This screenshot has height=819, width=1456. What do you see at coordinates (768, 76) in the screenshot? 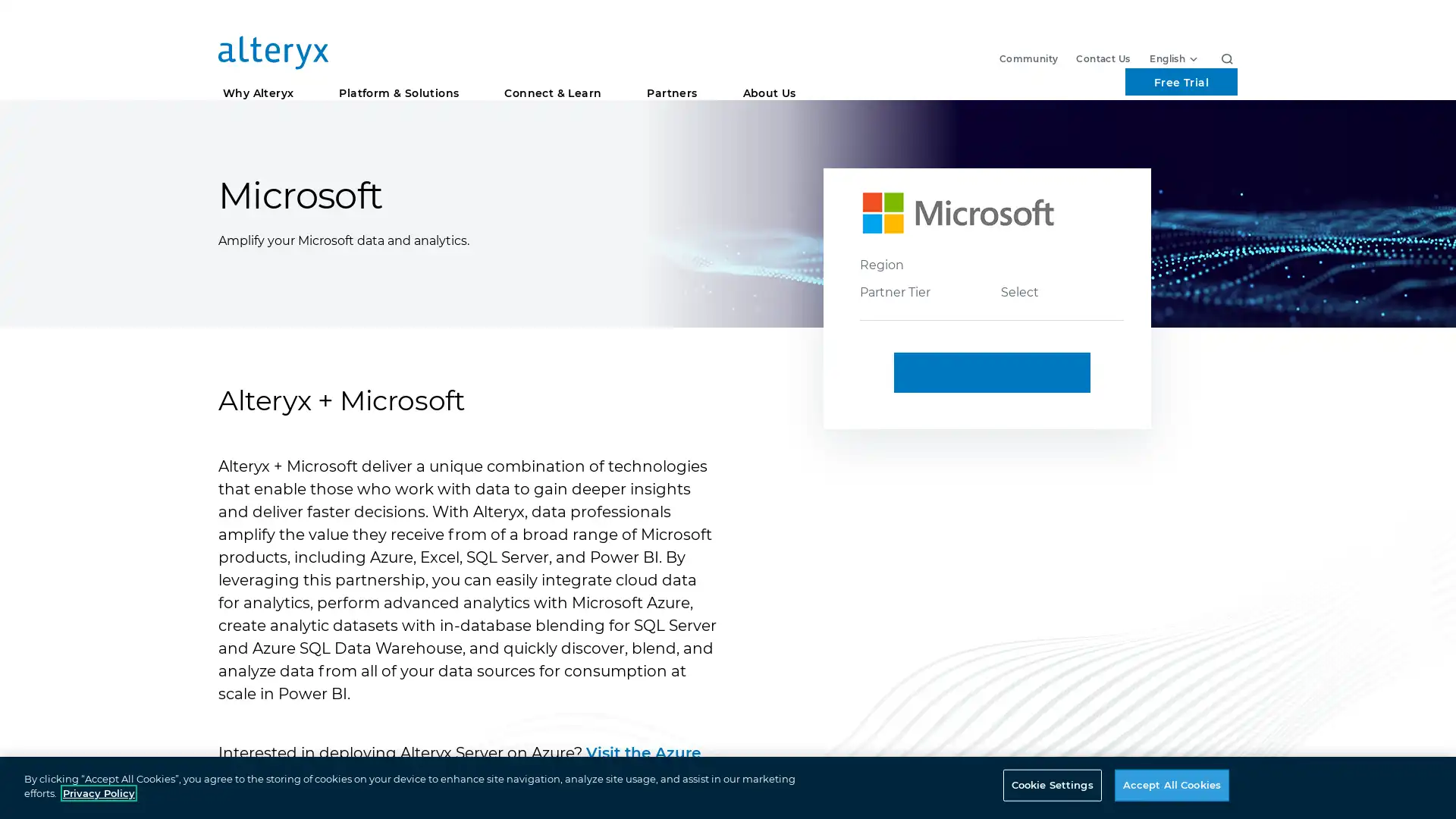
I see `About Us, menu` at bounding box center [768, 76].